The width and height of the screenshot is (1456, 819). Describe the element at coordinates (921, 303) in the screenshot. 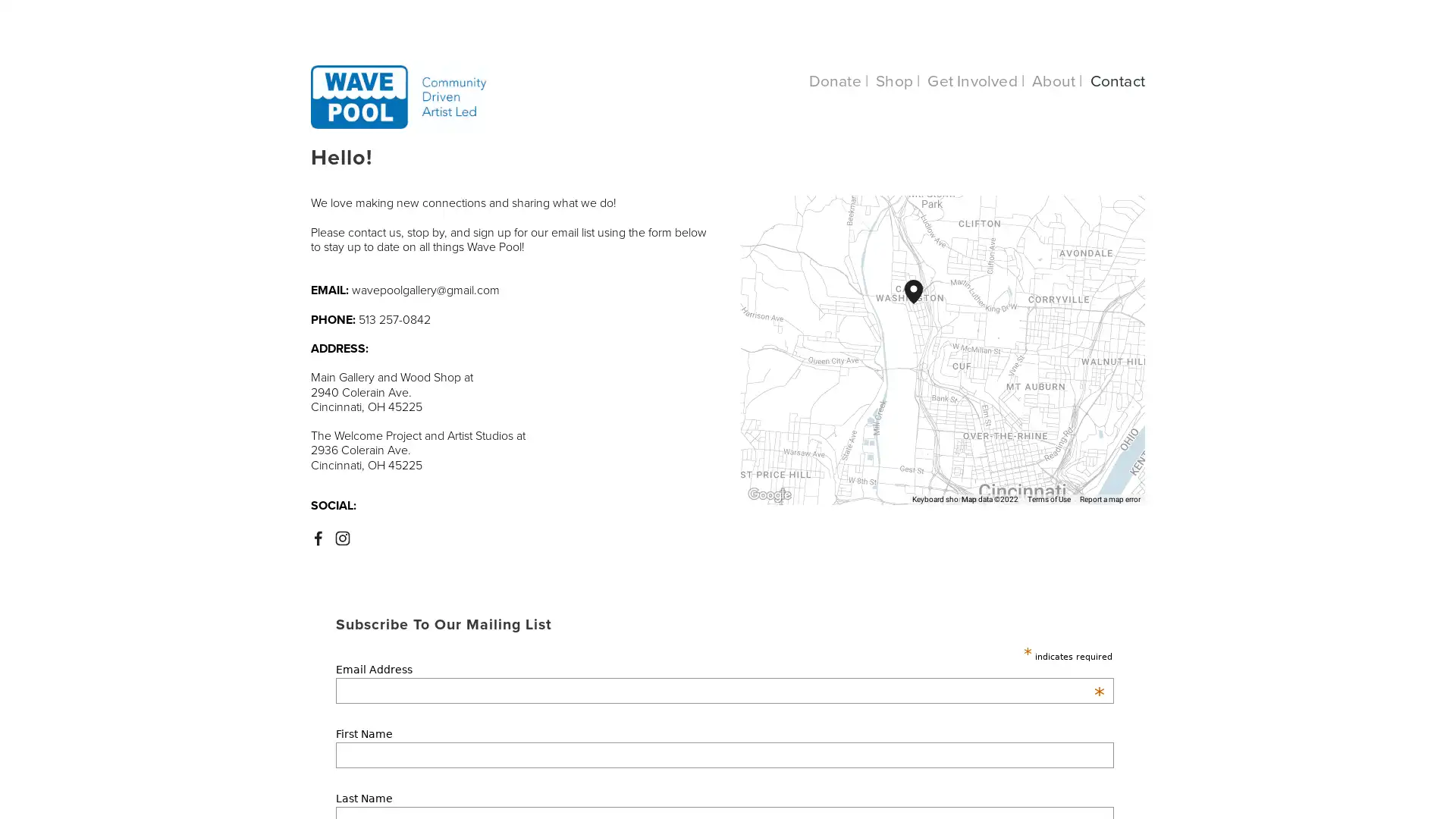

I see `2940 Colerain Ave. Cincinnati, United States` at that location.